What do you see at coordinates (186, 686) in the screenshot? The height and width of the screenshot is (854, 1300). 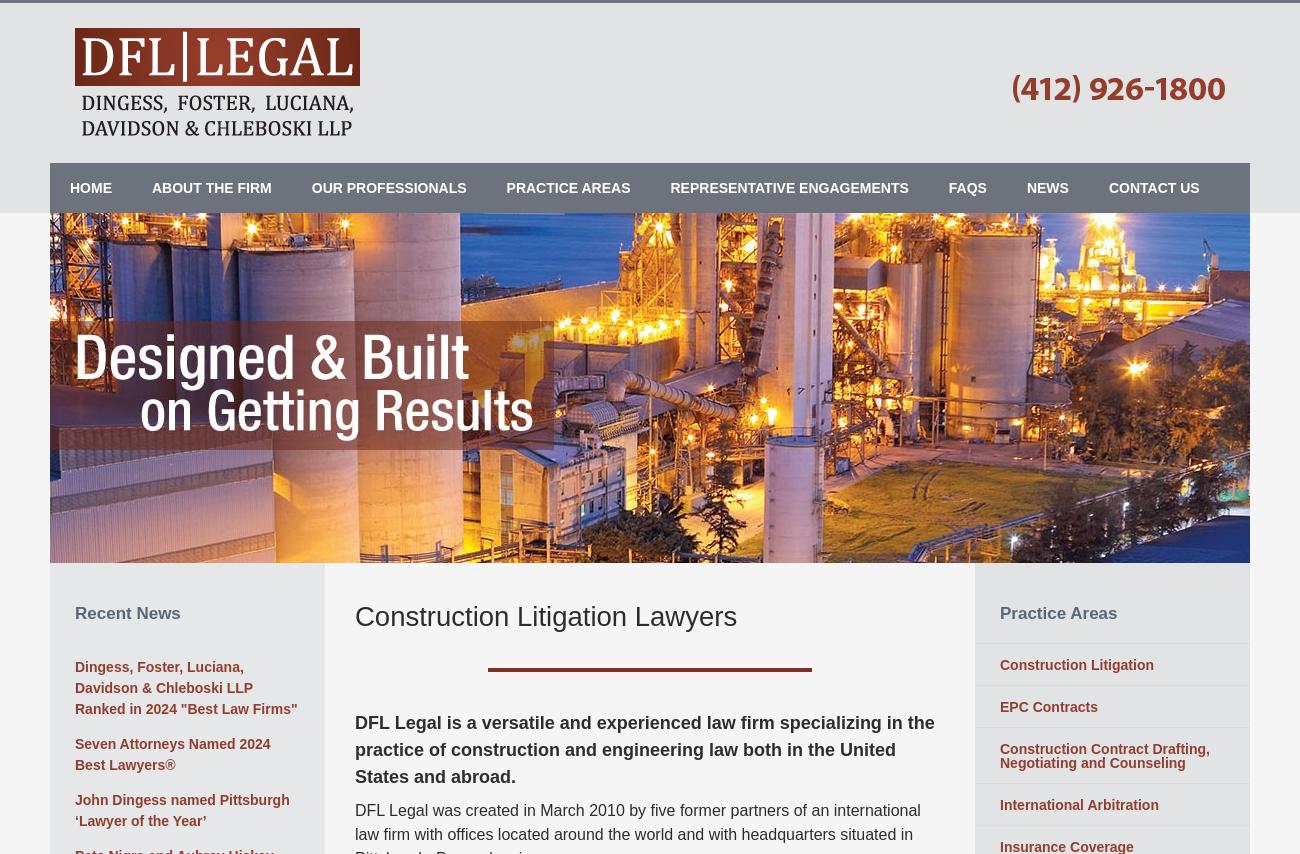 I see `'Dingess, Foster, Luciana, Davidson & Chleboski LLP Ranked in 2024 "Best Law Firms"'` at bounding box center [186, 686].